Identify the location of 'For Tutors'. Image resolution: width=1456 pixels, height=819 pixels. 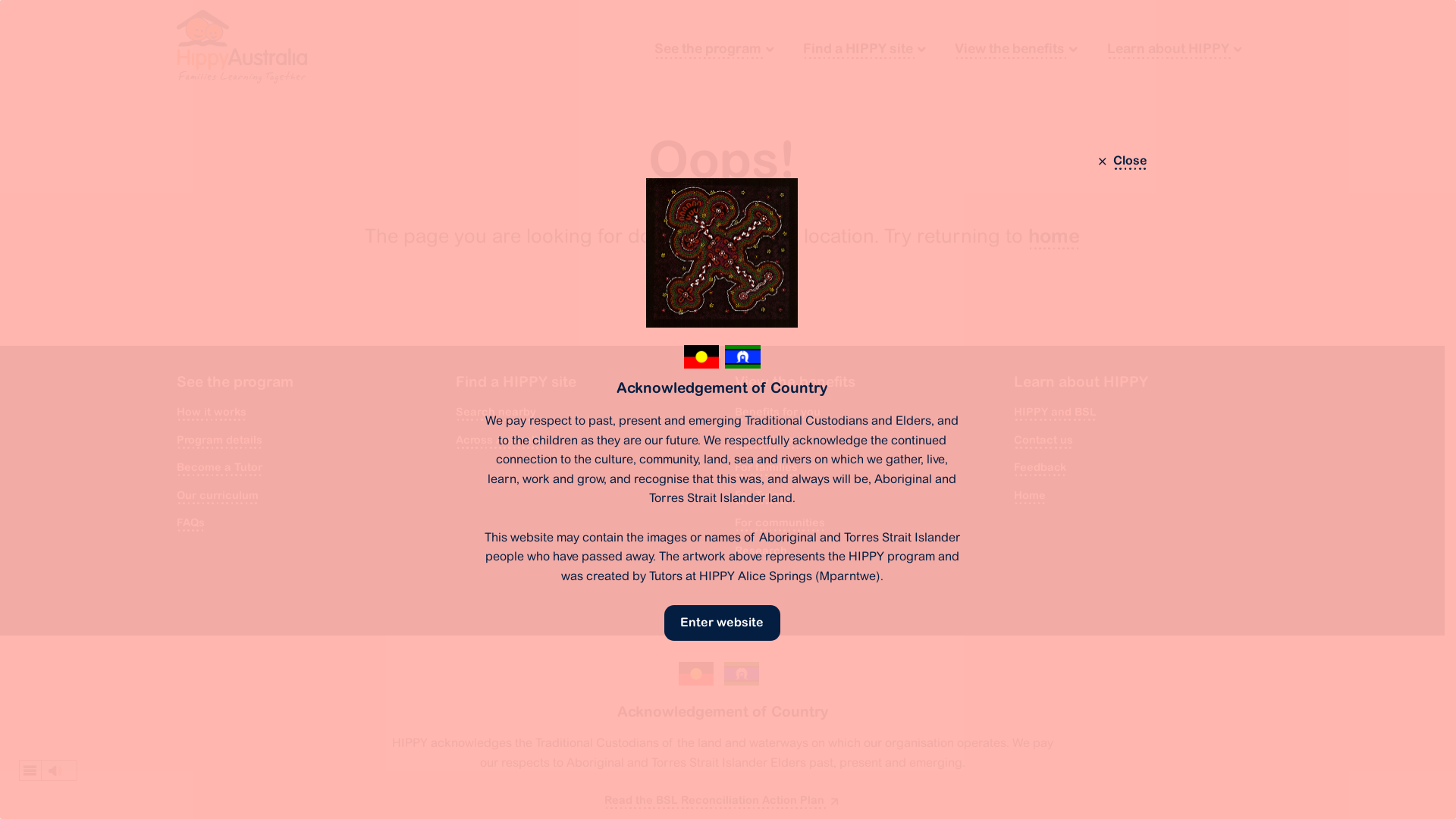
(761, 496).